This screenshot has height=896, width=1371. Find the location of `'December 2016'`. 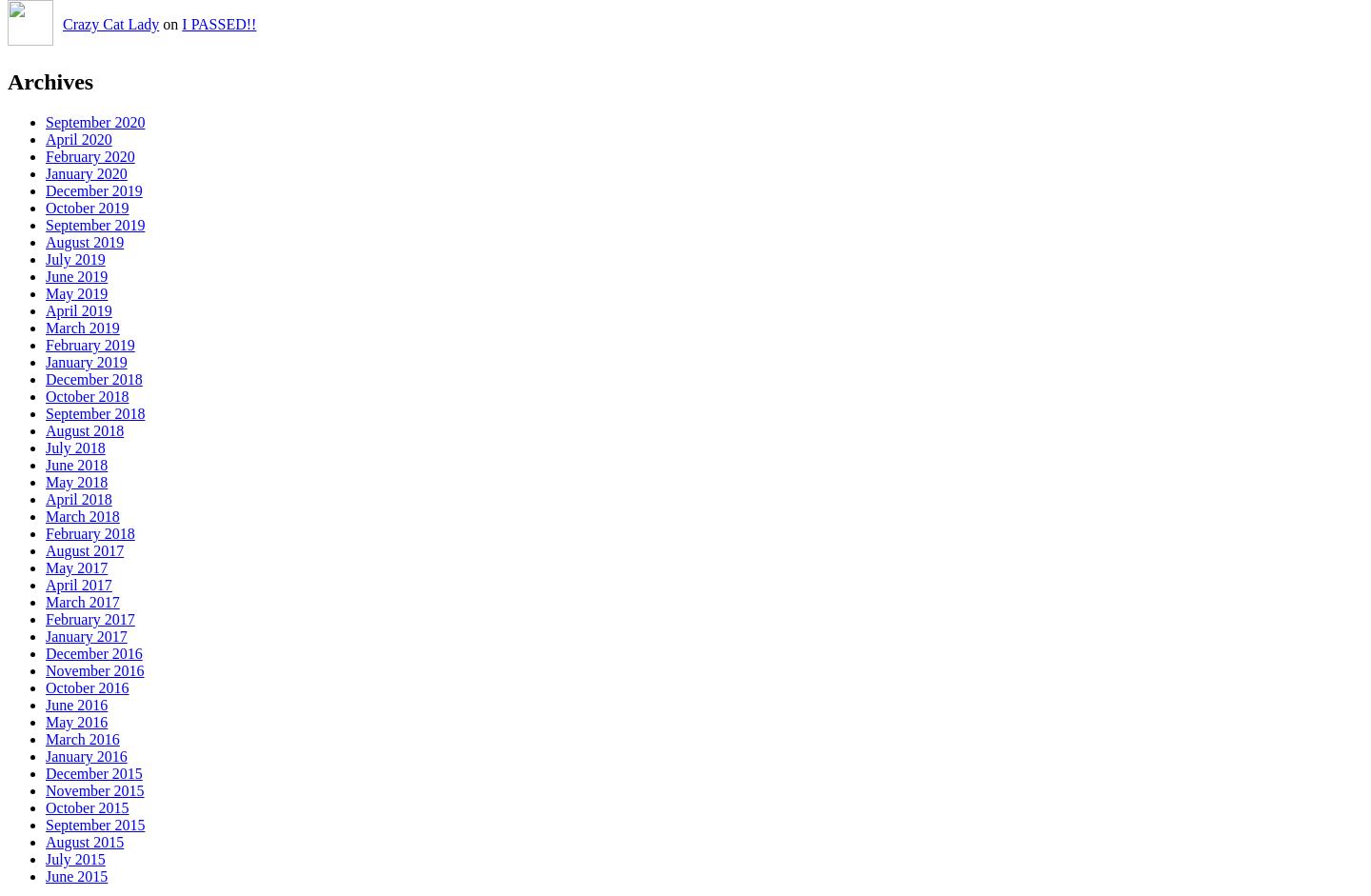

'December 2016' is located at coordinates (44, 653).